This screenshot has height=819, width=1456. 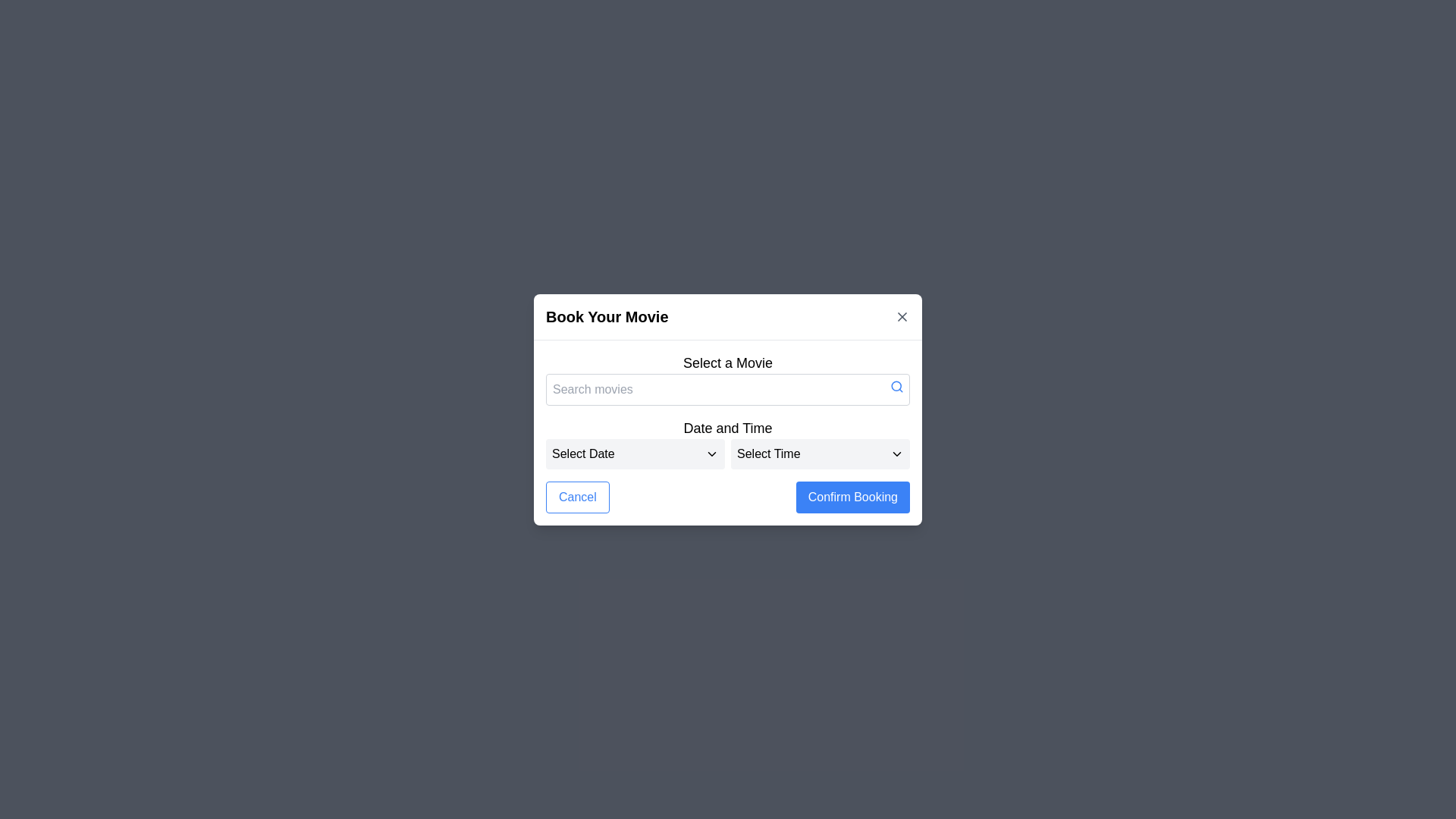 What do you see at coordinates (728, 453) in the screenshot?
I see `the Dropdown group containing interactive elements for selecting a date and time, located below the movie input field in the 'Date and Time' section` at bounding box center [728, 453].